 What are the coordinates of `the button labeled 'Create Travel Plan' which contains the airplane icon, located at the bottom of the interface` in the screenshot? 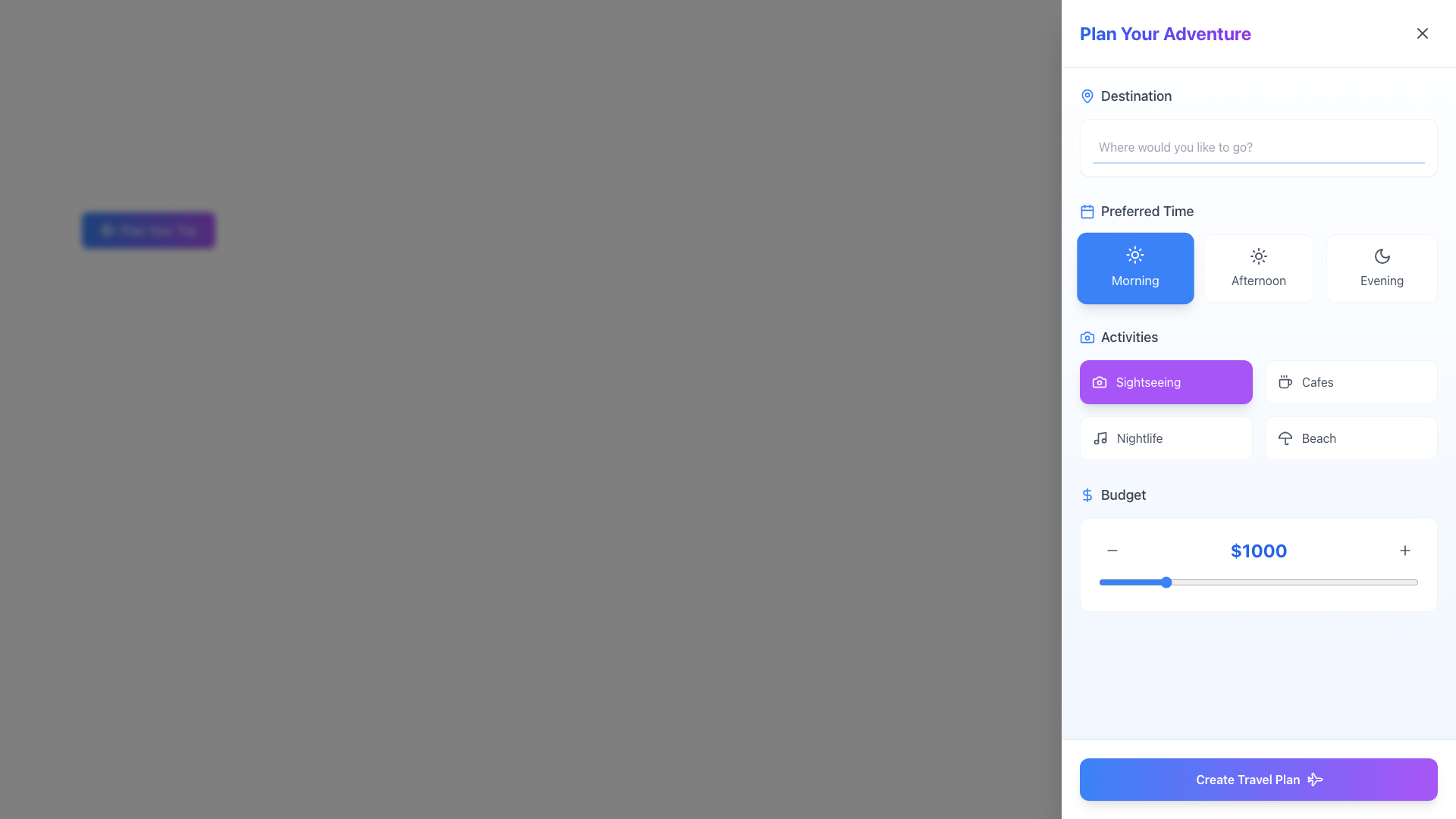 It's located at (1313, 780).